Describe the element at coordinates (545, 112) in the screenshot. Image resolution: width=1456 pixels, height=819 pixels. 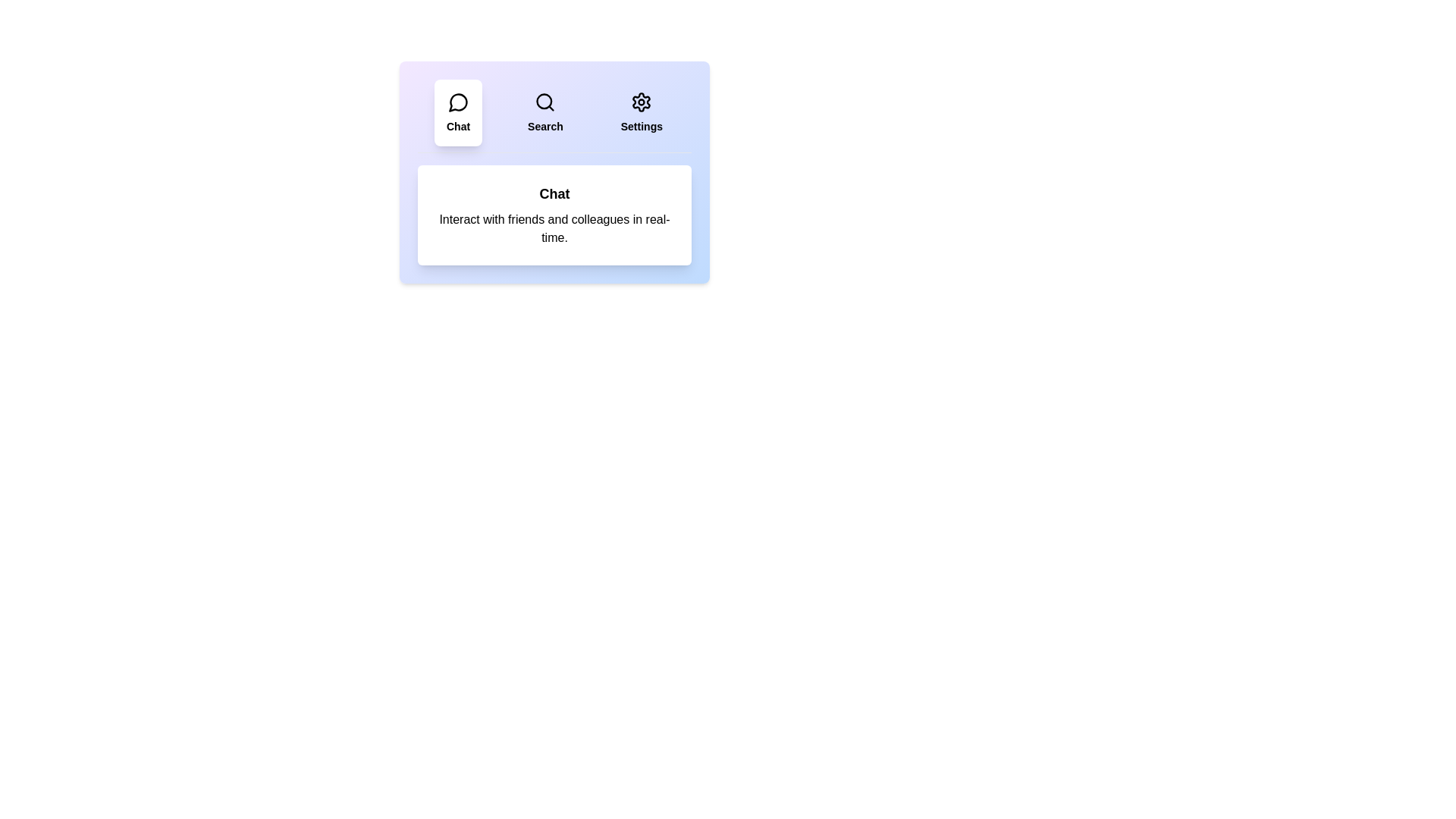
I see `the Search tab by clicking on it` at that location.